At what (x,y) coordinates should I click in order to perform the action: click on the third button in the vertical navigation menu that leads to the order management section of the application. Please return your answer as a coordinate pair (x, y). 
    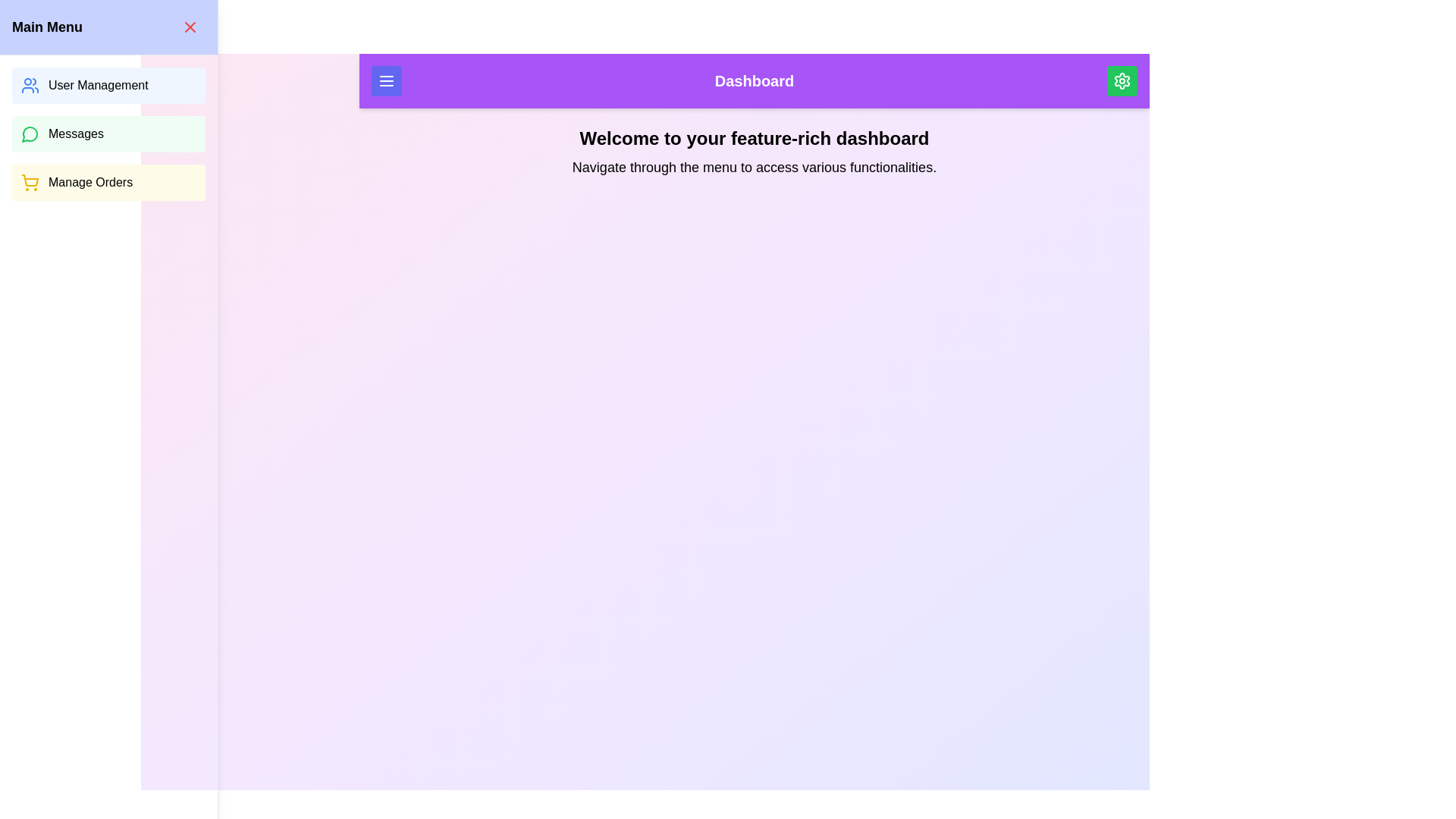
    Looking at the image, I should click on (108, 181).